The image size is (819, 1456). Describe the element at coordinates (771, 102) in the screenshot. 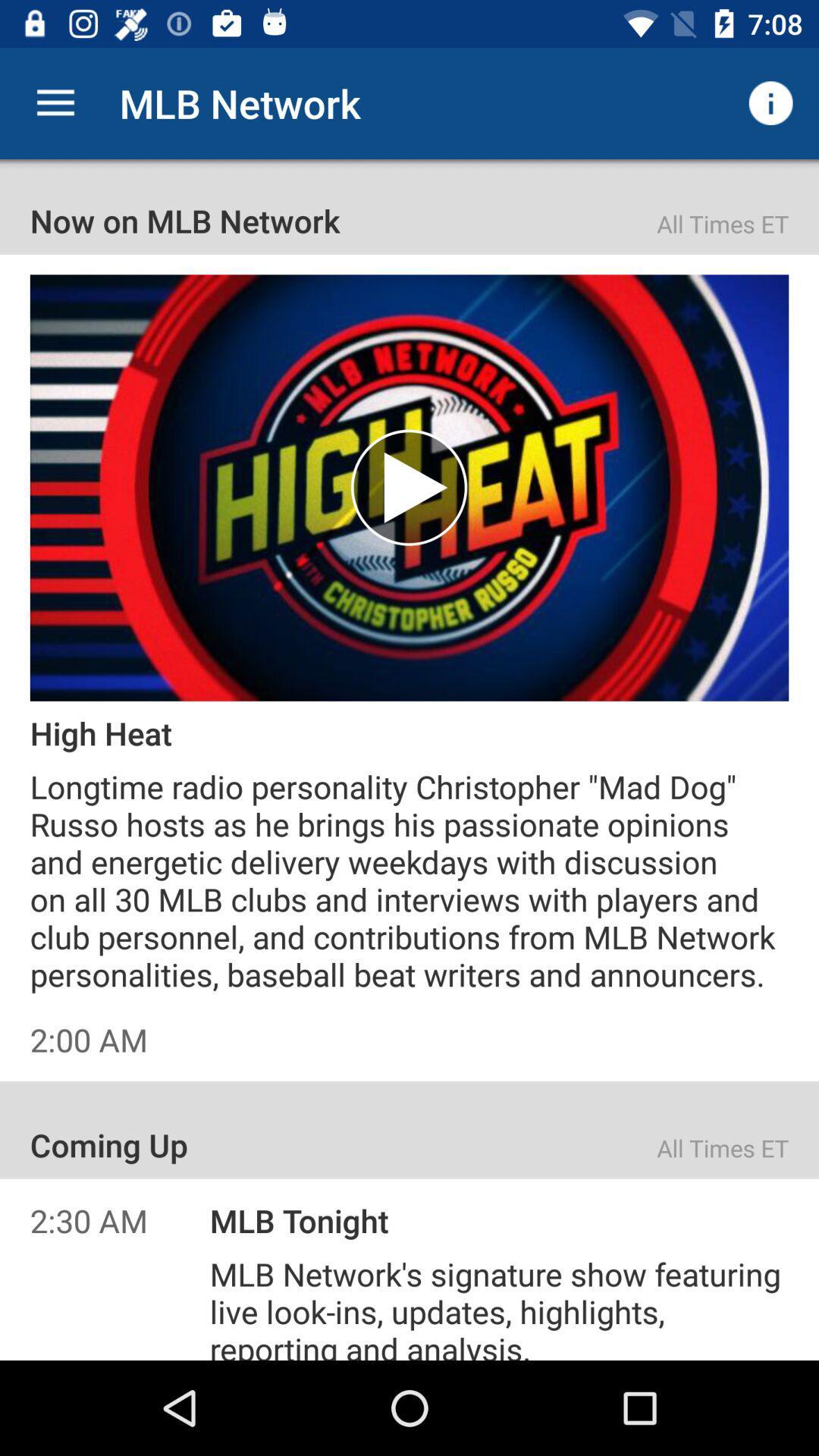

I see `the item to the right of mlb network icon` at that location.